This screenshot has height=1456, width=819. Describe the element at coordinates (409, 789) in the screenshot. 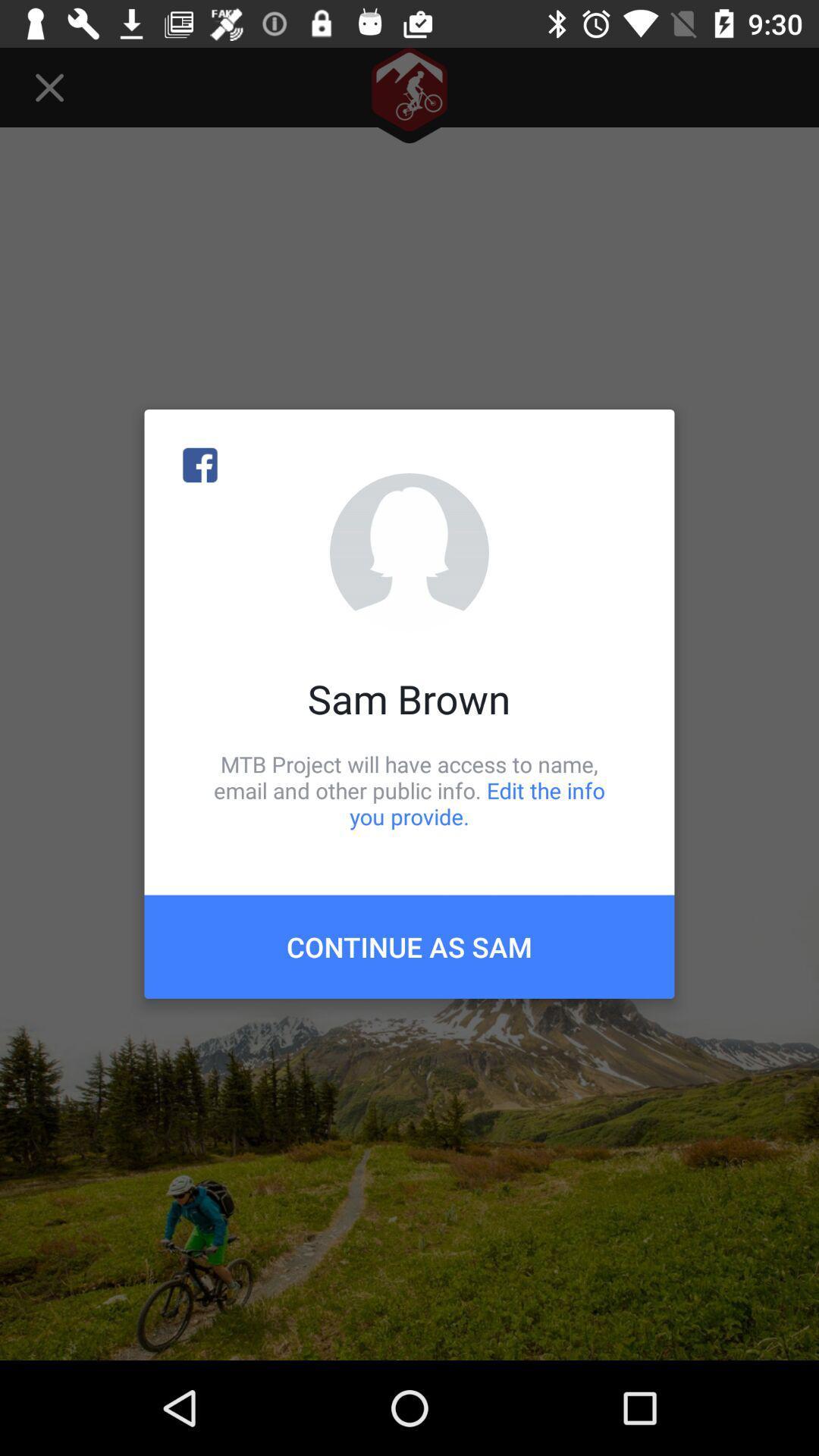

I see `mtb project will item` at that location.